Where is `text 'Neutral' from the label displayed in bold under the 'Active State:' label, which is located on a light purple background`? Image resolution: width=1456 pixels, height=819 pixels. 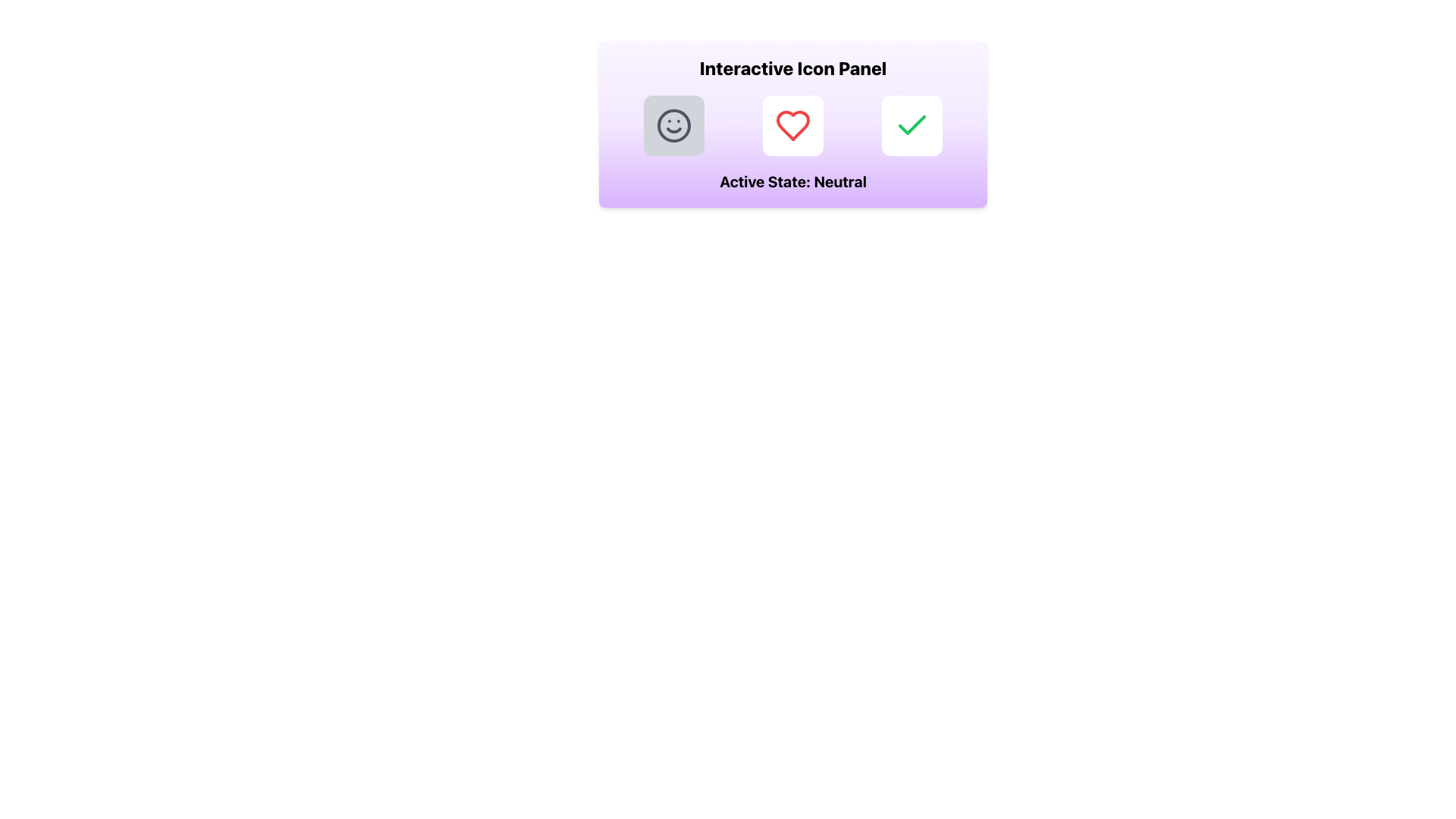 text 'Neutral' from the label displayed in bold under the 'Active State:' label, which is located on a light purple background is located at coordinates (839, 180).